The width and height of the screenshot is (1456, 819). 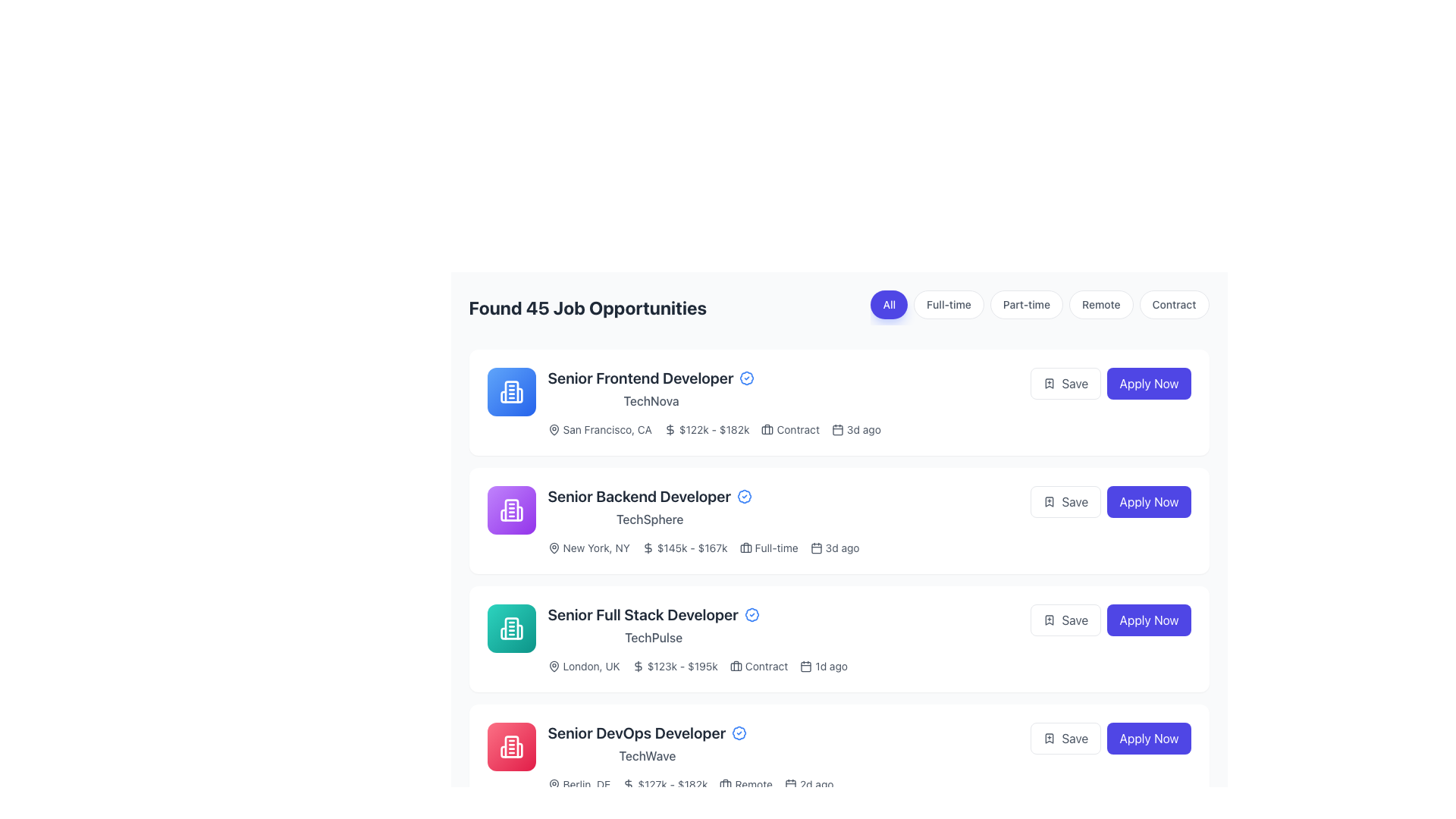 I want to click on the small calendar icon located in the bottom right corner of the job listing card for the 'Senior DevOps Developer' position, which is adjacent to the text '2d ago', so click(x=789, y=784).